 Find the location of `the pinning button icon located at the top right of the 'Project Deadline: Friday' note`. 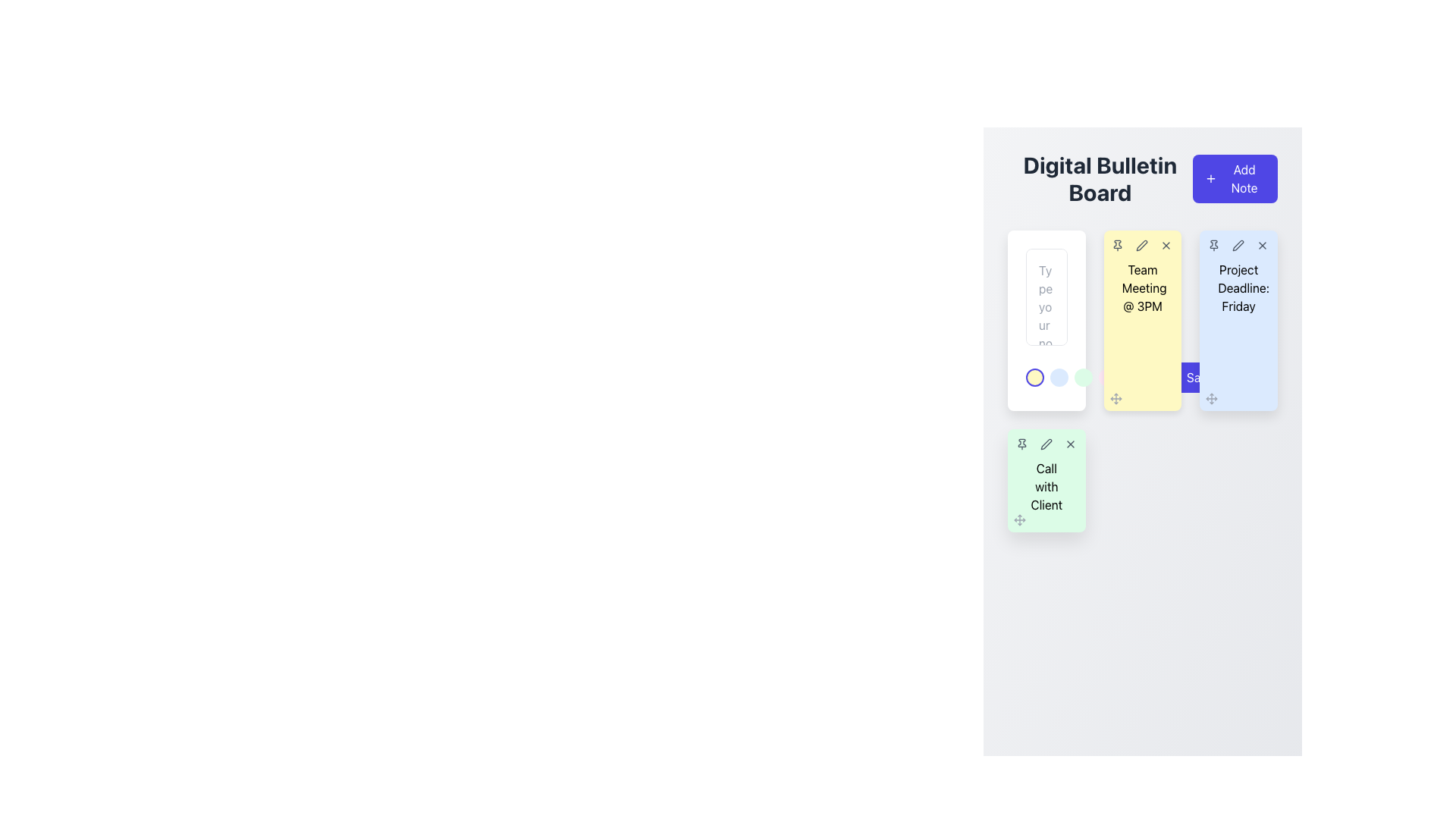

the pinning button icon located at the top right of the 'Project Deadline: Friday' note is located at coordinates (1213, 245).